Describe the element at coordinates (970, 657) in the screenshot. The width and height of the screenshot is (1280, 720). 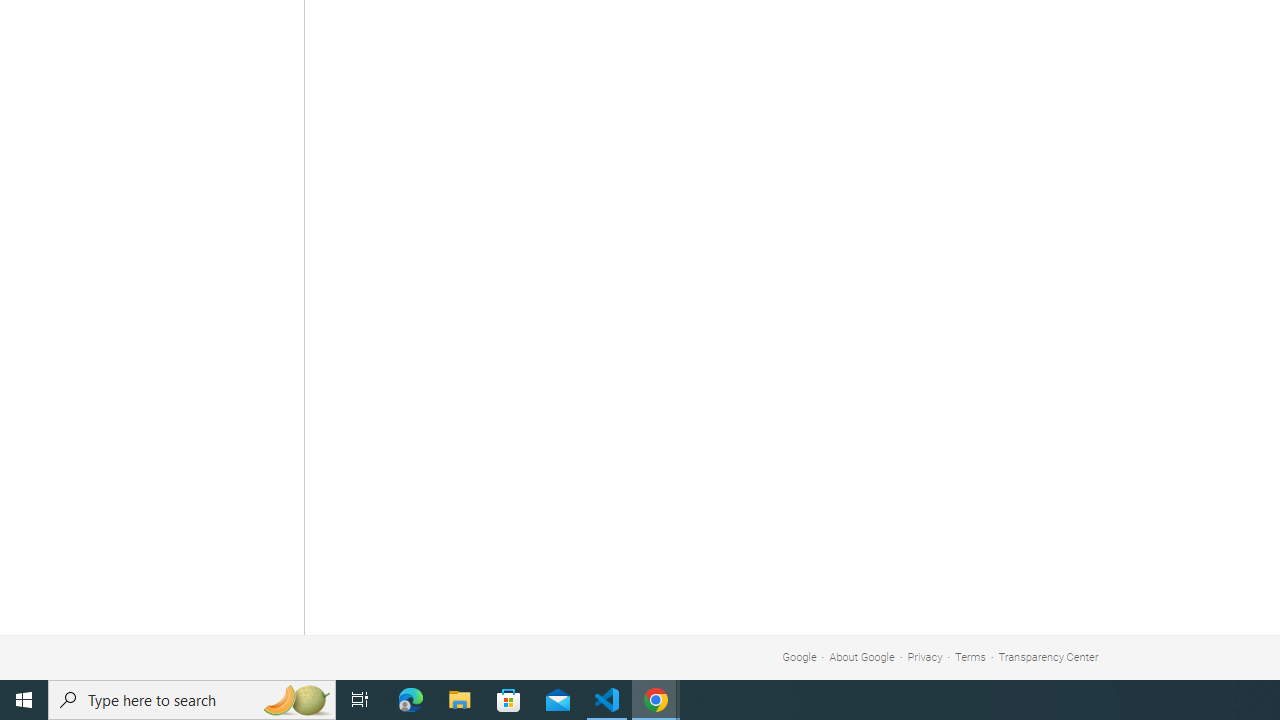
I see `'Terms'` at that location.